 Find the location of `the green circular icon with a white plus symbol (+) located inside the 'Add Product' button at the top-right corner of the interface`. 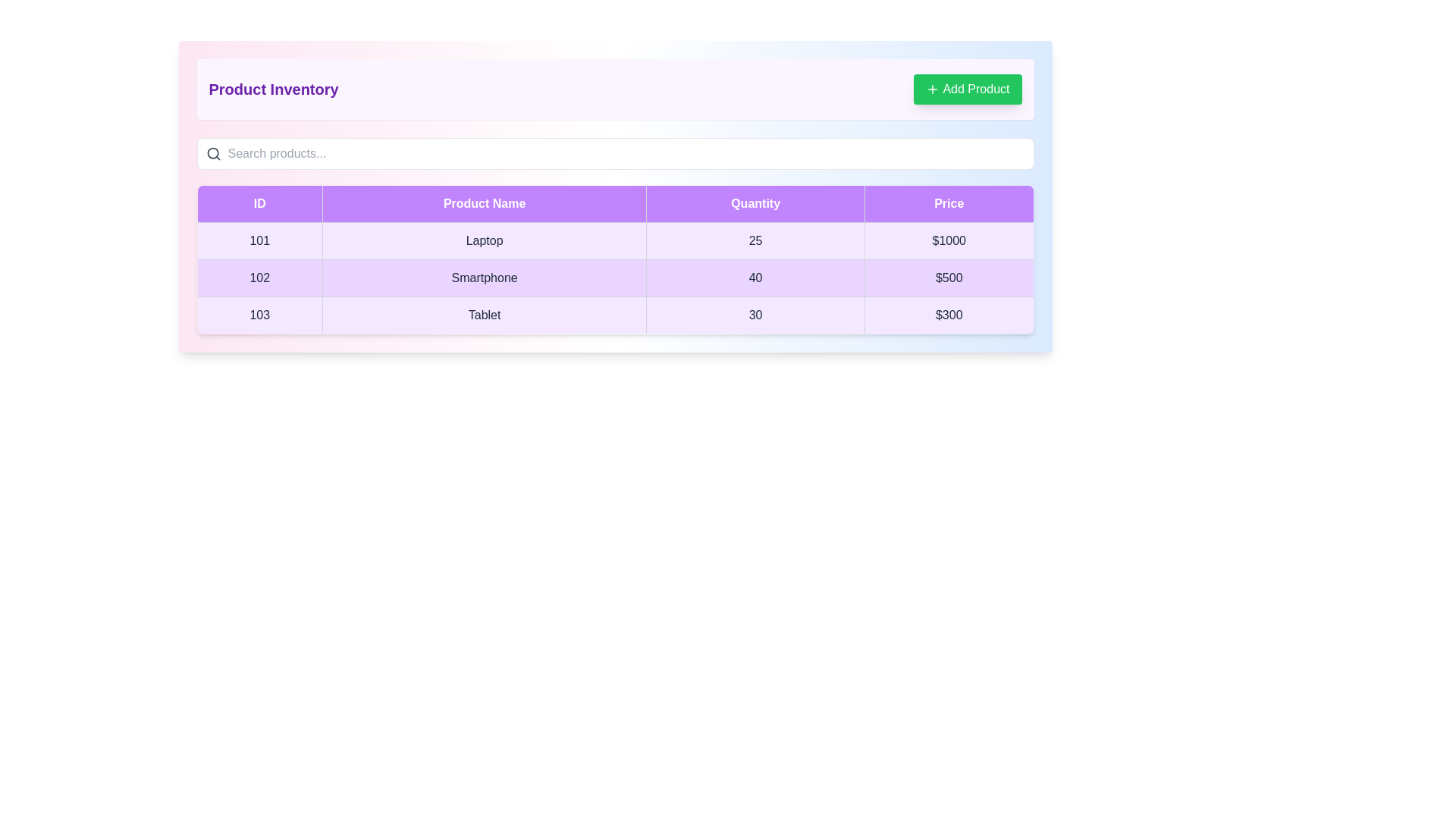

the green circular icon with a white plus symbol (+) located inside the 'Add Product' button at the top-right corner of the interface is located at coordinates (932, 89).